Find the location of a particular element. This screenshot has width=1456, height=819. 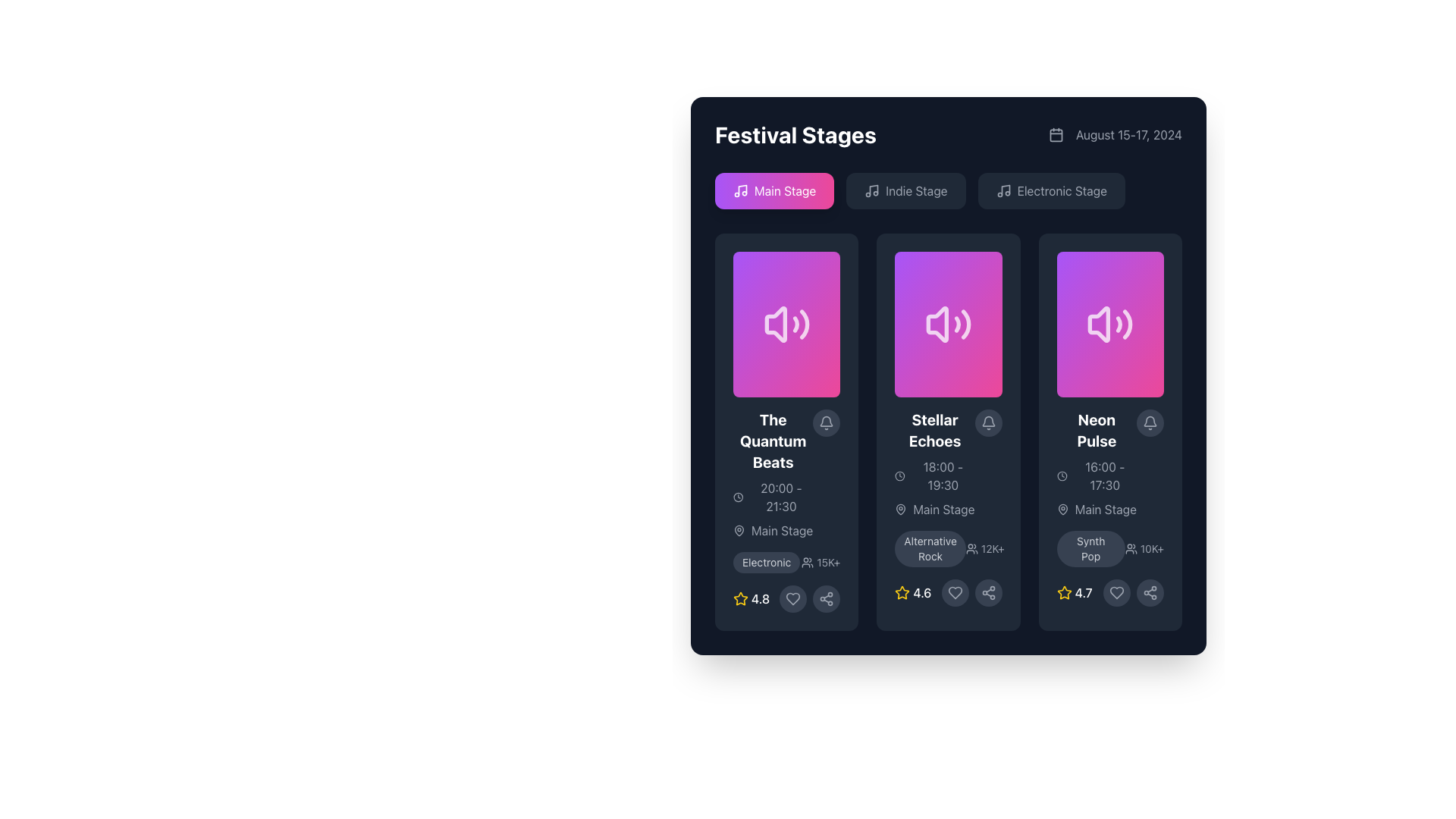

the heart icon button located in the bottom section of the 'Stellar Echoes' card to mark it as favorite or like is located at coordinates (954, 592).